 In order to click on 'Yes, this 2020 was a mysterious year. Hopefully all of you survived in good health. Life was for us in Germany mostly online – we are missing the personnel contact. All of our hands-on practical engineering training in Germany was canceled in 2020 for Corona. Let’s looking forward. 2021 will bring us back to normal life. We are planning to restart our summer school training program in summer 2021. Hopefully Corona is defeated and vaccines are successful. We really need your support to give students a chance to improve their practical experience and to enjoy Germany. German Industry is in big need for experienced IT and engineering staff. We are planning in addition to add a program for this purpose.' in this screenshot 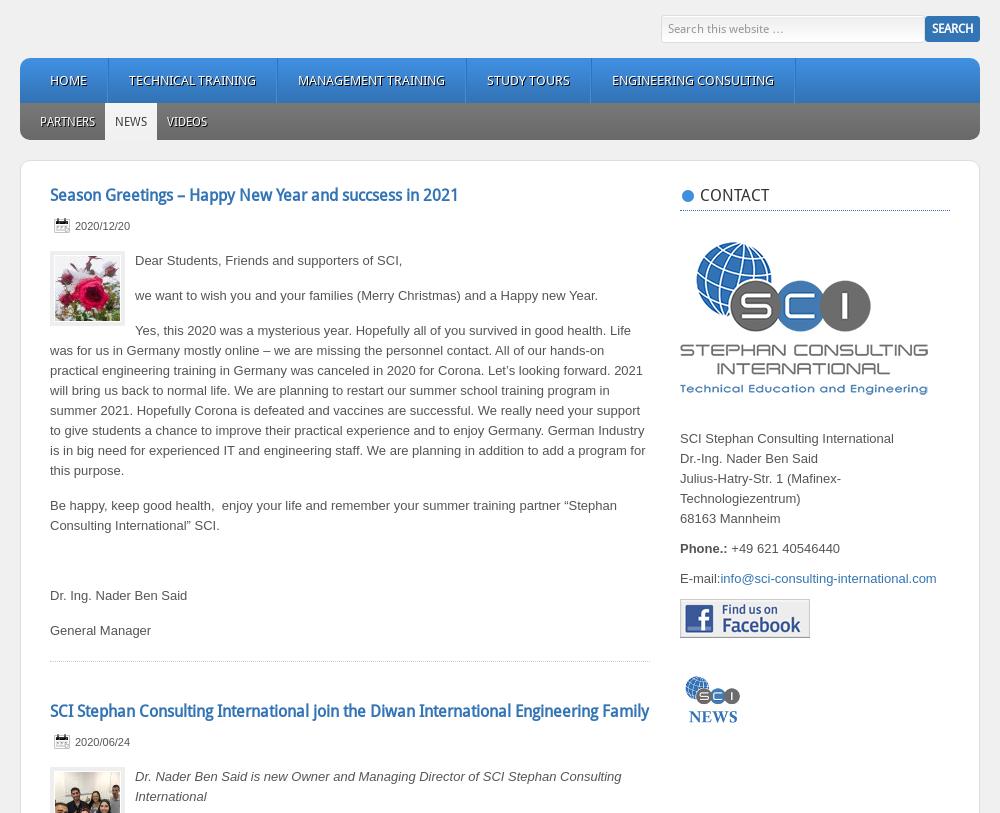, I will do `click(50, 399)`.